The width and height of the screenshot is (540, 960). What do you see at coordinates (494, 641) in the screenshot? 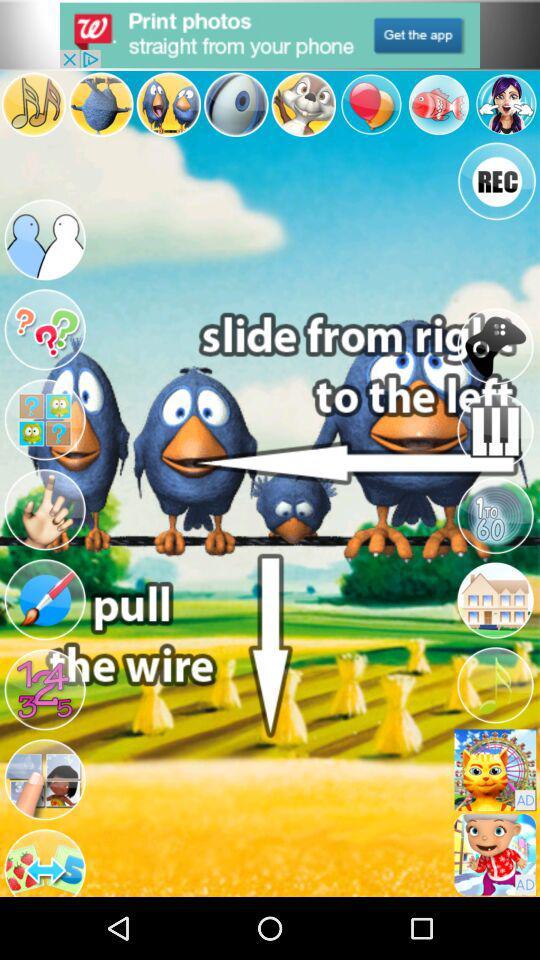
I see `the home icon` at bounding box center [494, 641].